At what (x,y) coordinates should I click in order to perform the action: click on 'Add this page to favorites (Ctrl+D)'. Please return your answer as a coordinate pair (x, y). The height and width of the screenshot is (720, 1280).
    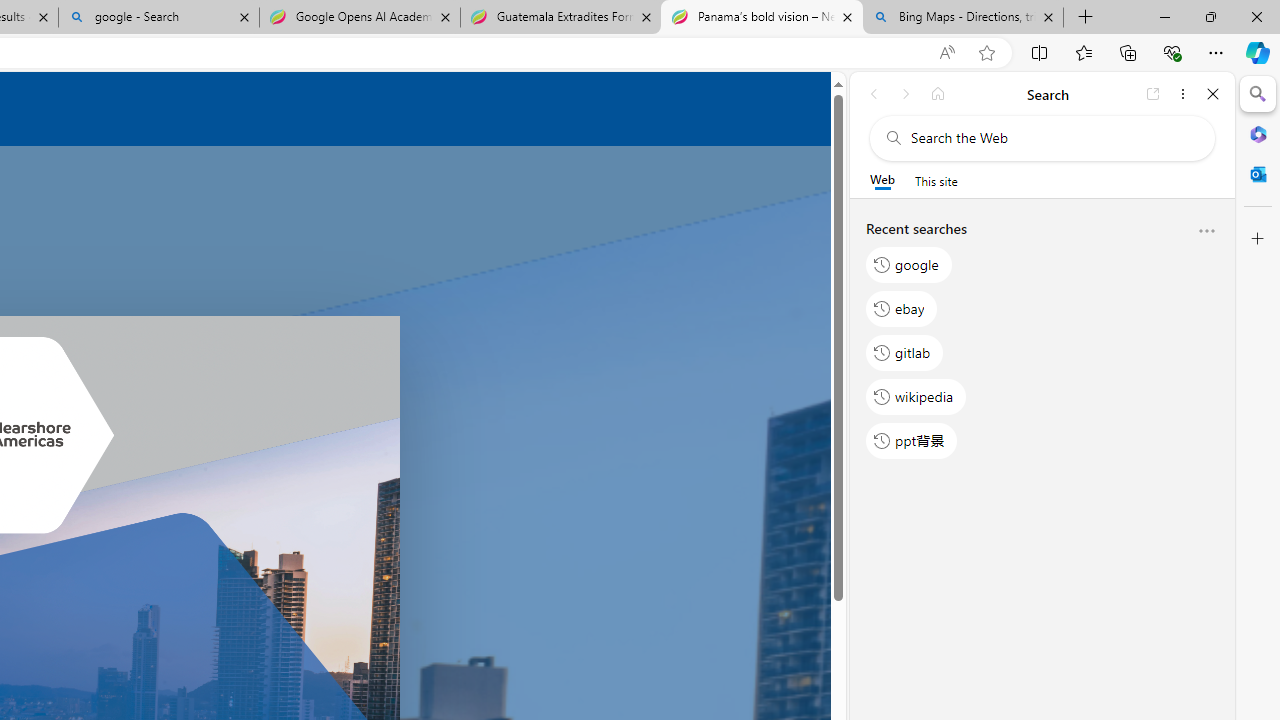
    Looking at the image, I should click on (986, 52).